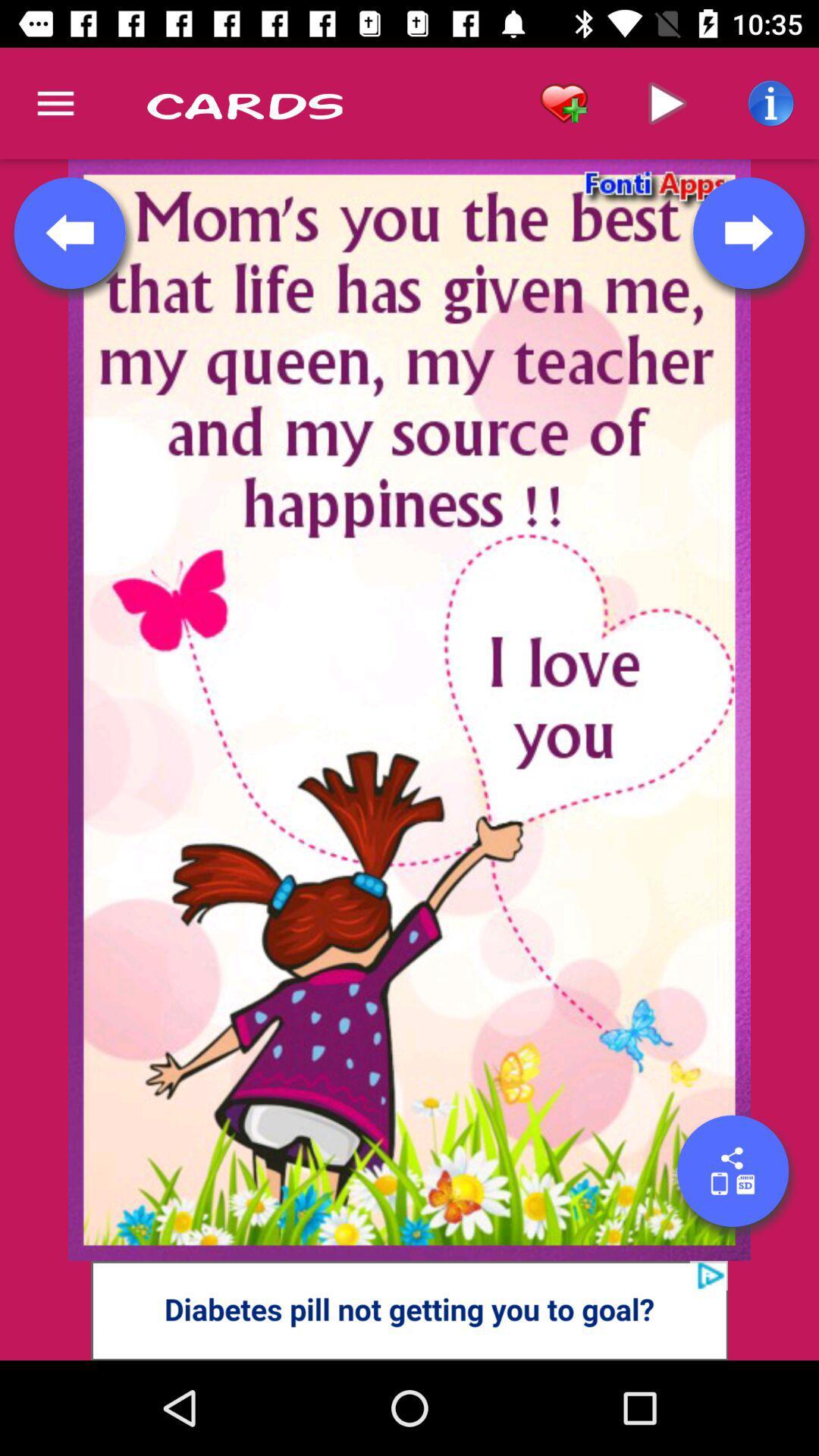  Describe the element at coordinates (748, 232) in the screenshot. I see `the arrow_forward icon` at that location.